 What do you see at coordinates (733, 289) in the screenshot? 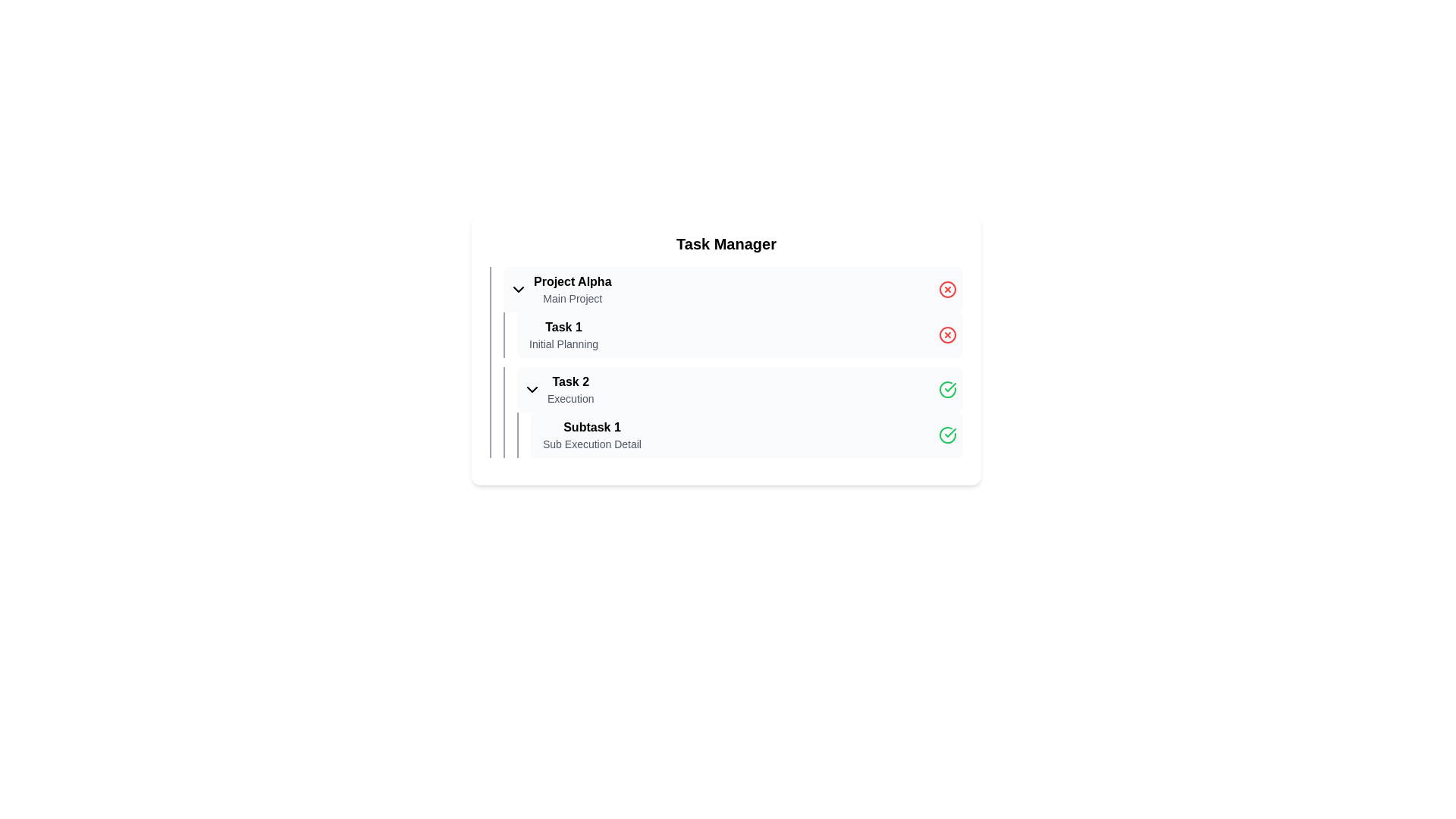
I see `the Expandable list item labeled 'Project Alpha' with a subtitle 'Main Project' and a red circular delete icon on the right` at bounding box center [733, 289].